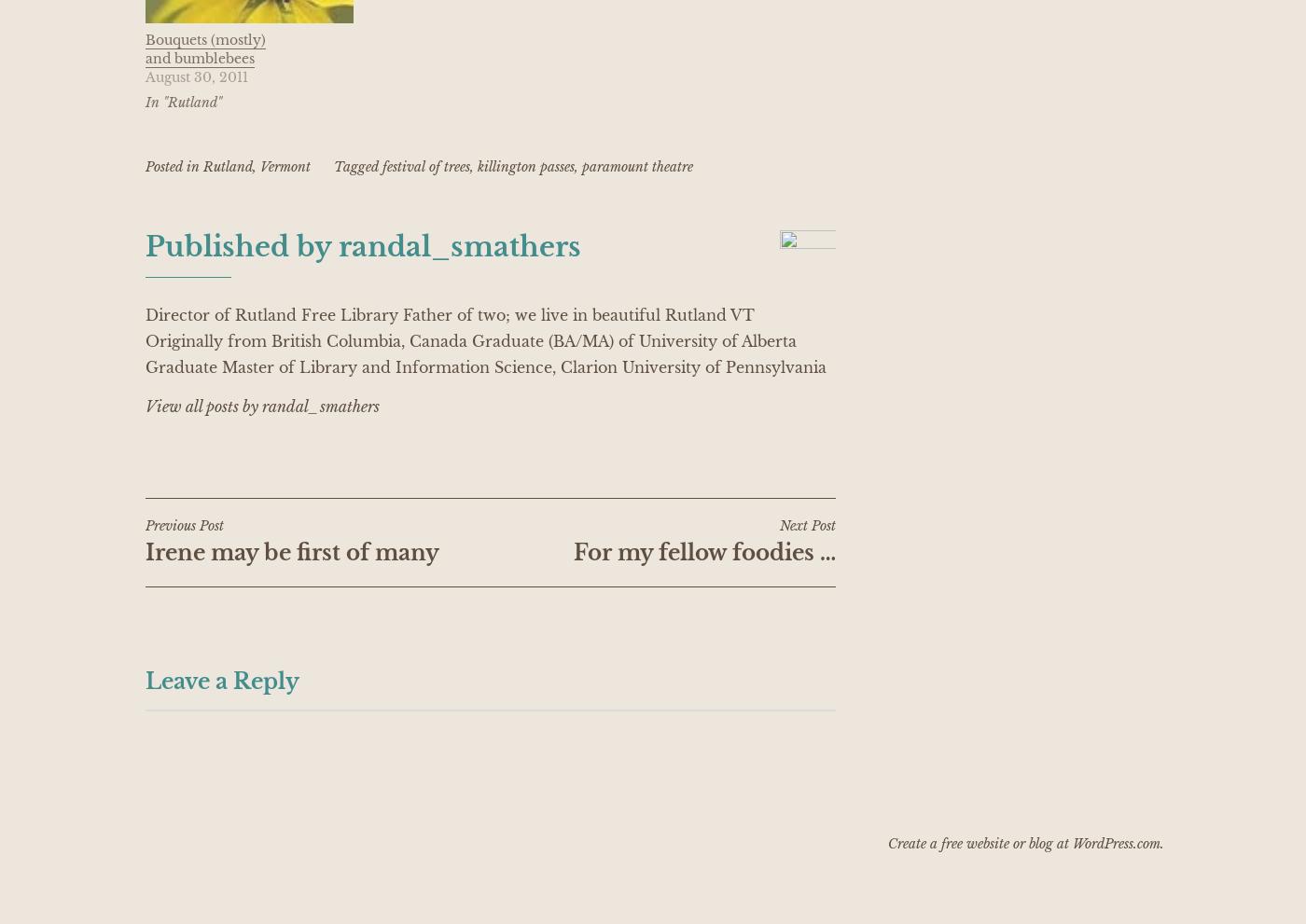  I want to click on 'killington passes', so click(524, 165).